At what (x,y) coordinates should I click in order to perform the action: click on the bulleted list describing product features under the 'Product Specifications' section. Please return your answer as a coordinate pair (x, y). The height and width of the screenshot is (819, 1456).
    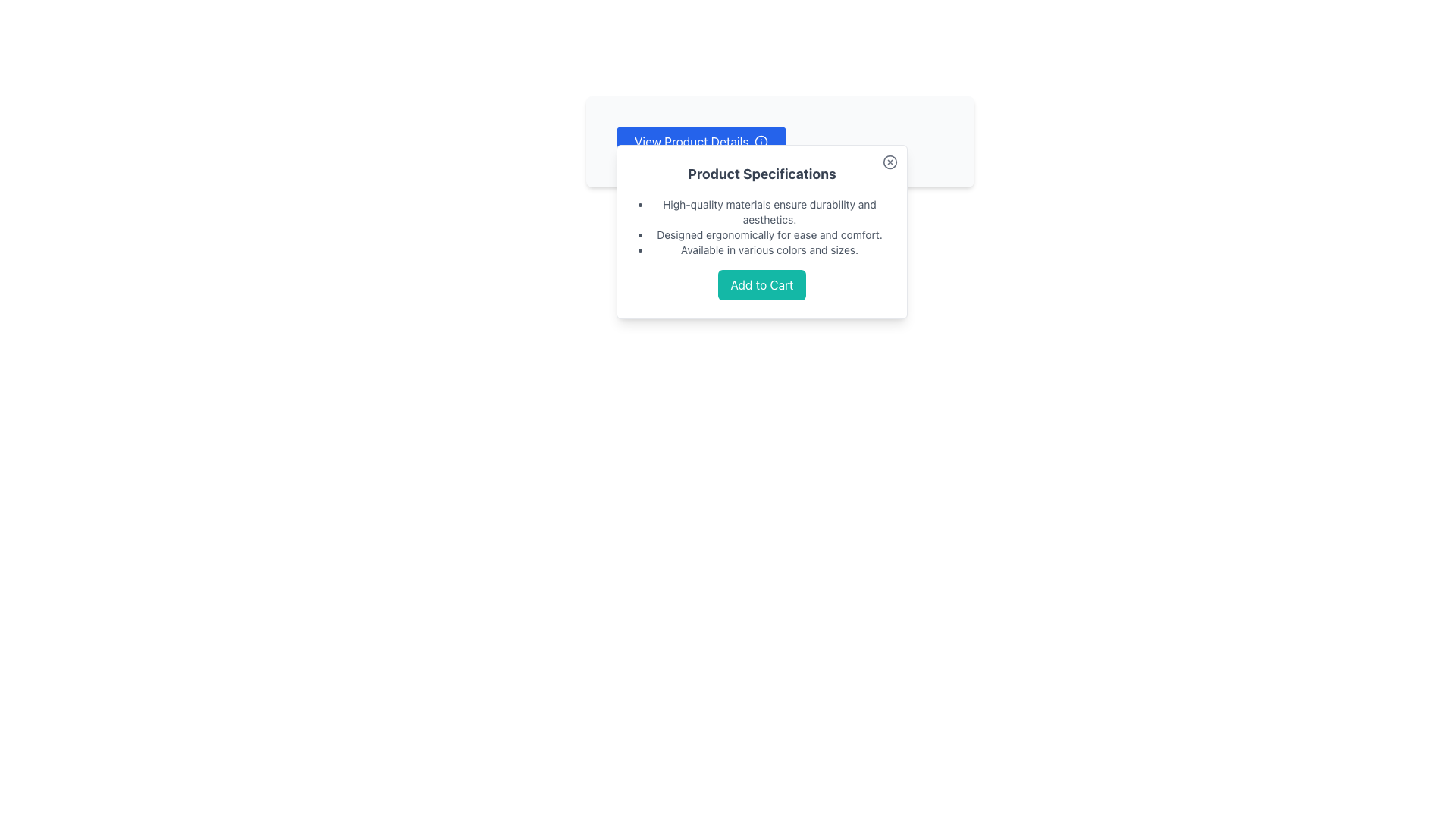
    Looking at the image, I should click on (761, 227).